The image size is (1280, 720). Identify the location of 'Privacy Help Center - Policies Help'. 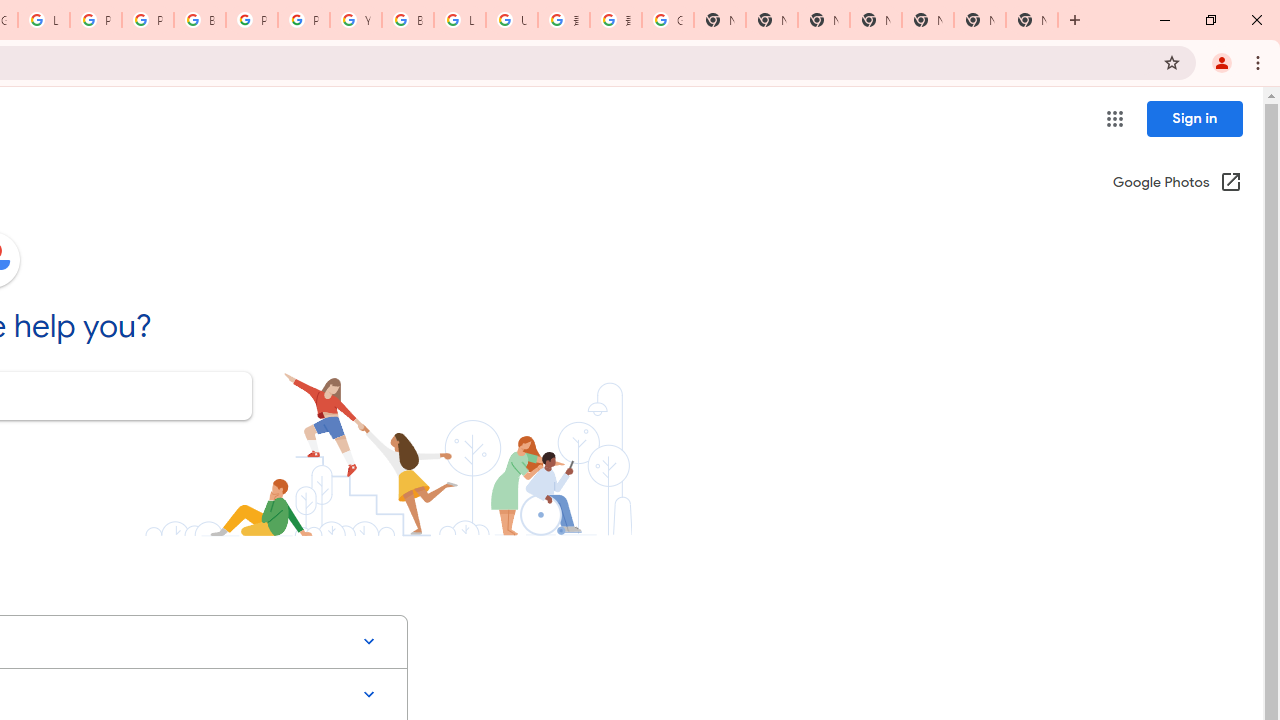
(95, 20).